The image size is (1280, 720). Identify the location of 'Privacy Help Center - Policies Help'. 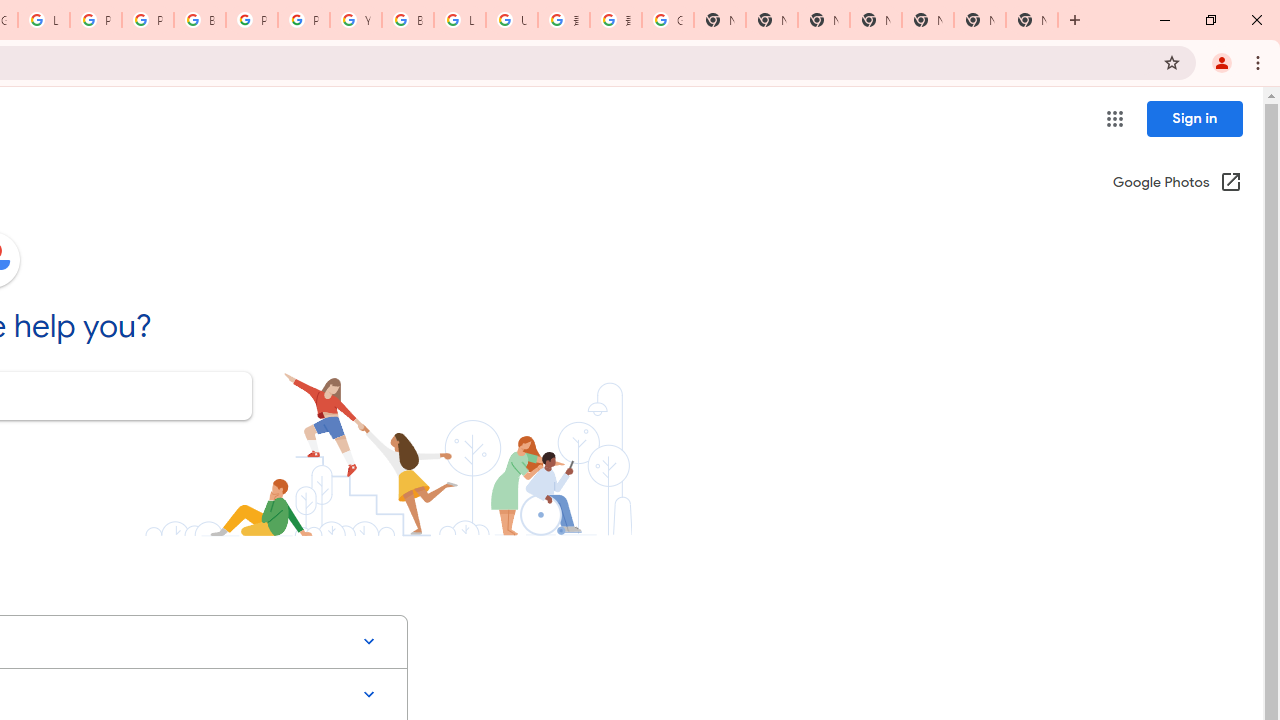
(95, 20).